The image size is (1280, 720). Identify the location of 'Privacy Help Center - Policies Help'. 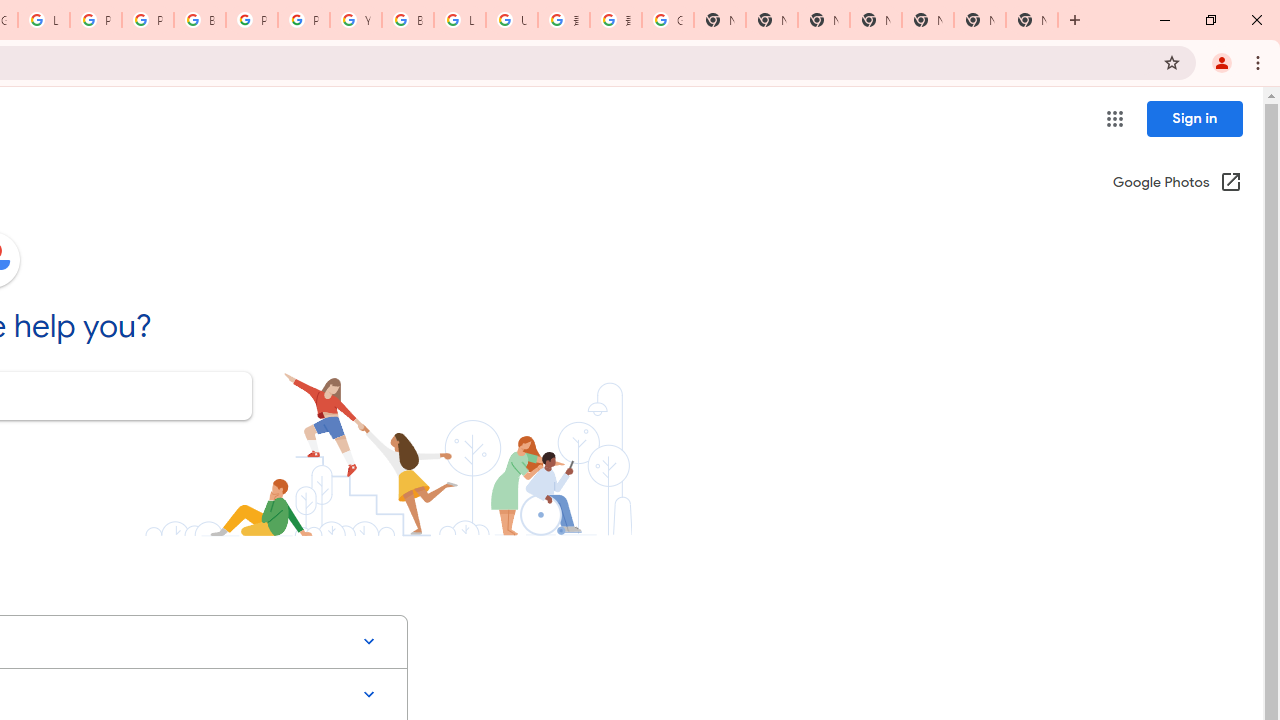
(95, 20).